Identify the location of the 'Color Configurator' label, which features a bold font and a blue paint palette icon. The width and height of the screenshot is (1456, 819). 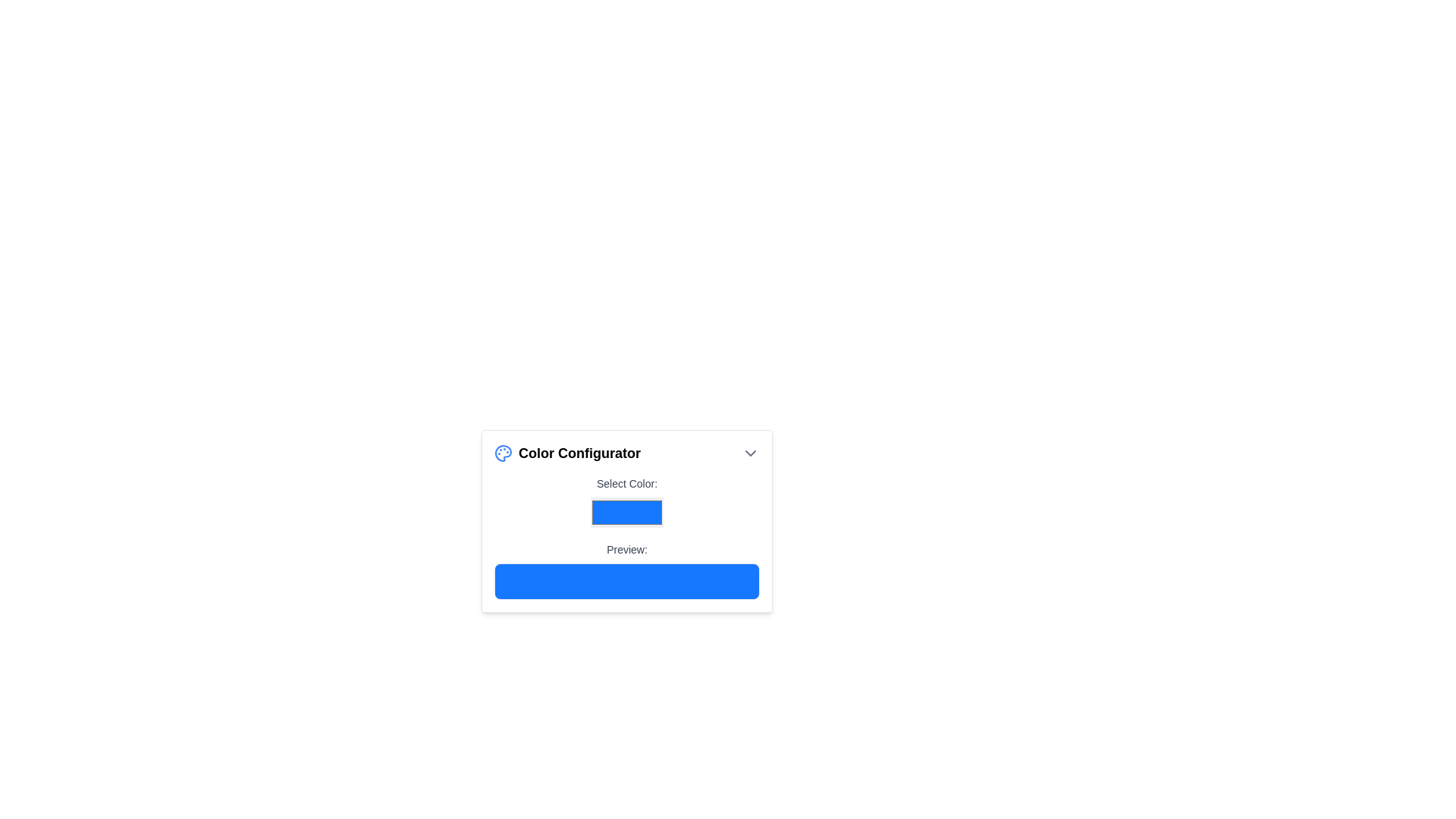
(626, 452).